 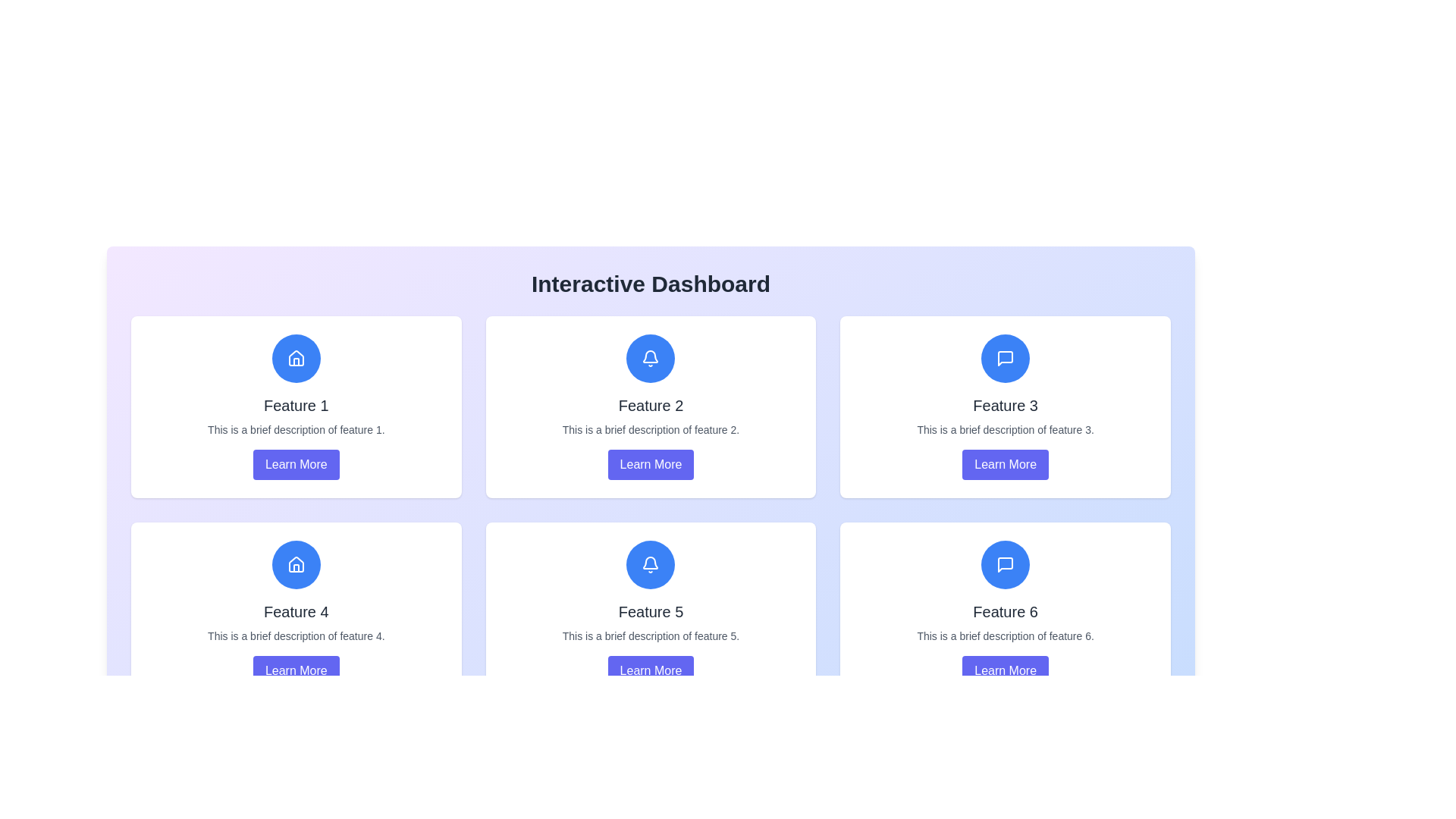 What do you see at coordinates (1006, 670) in the screenshot?
I see `the 'Learn More' button located in the sixth feature card` at bounding box center [1006, 670].